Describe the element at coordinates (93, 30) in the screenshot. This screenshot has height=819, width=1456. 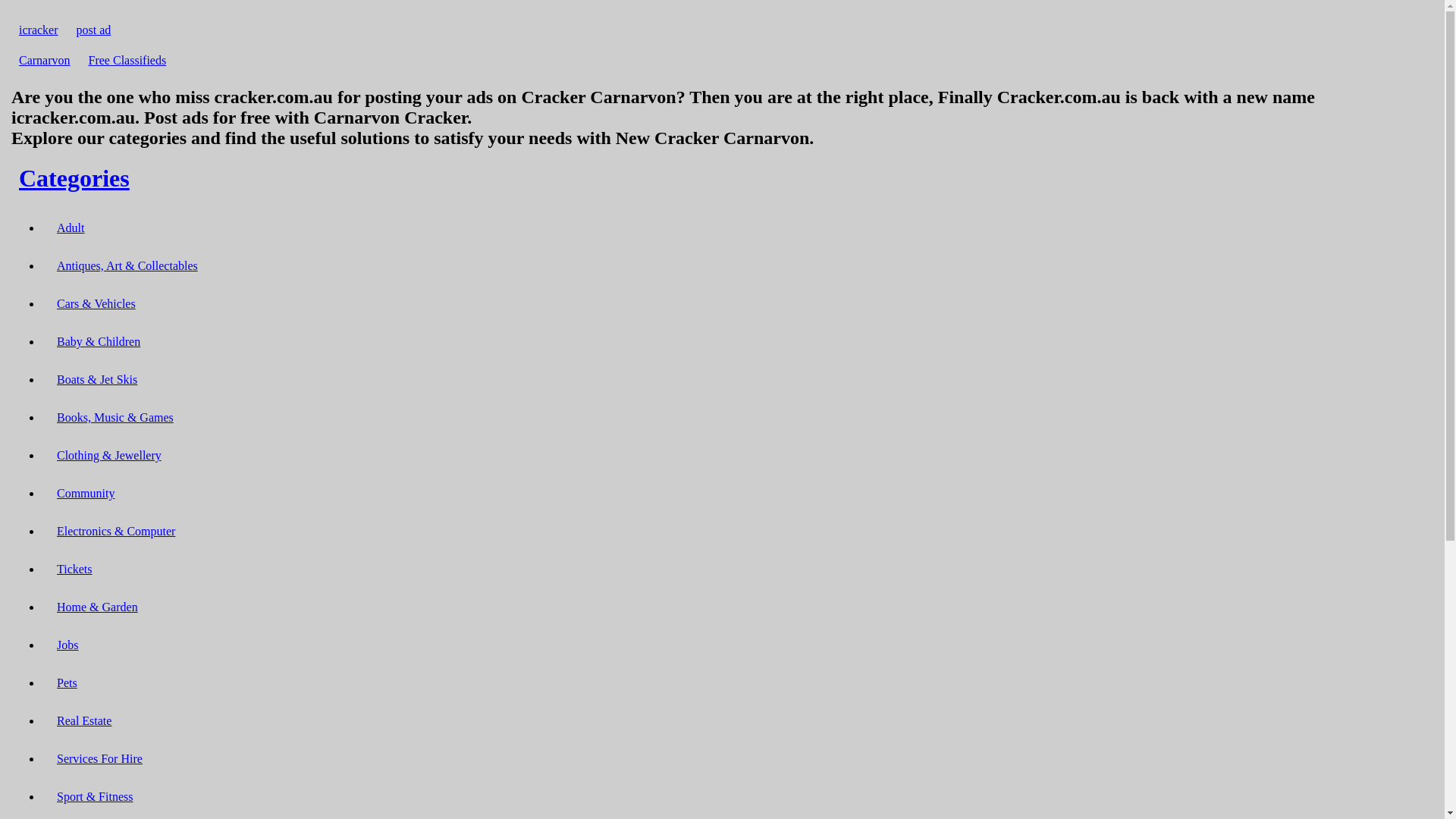
I see `'post ad'` at that location.